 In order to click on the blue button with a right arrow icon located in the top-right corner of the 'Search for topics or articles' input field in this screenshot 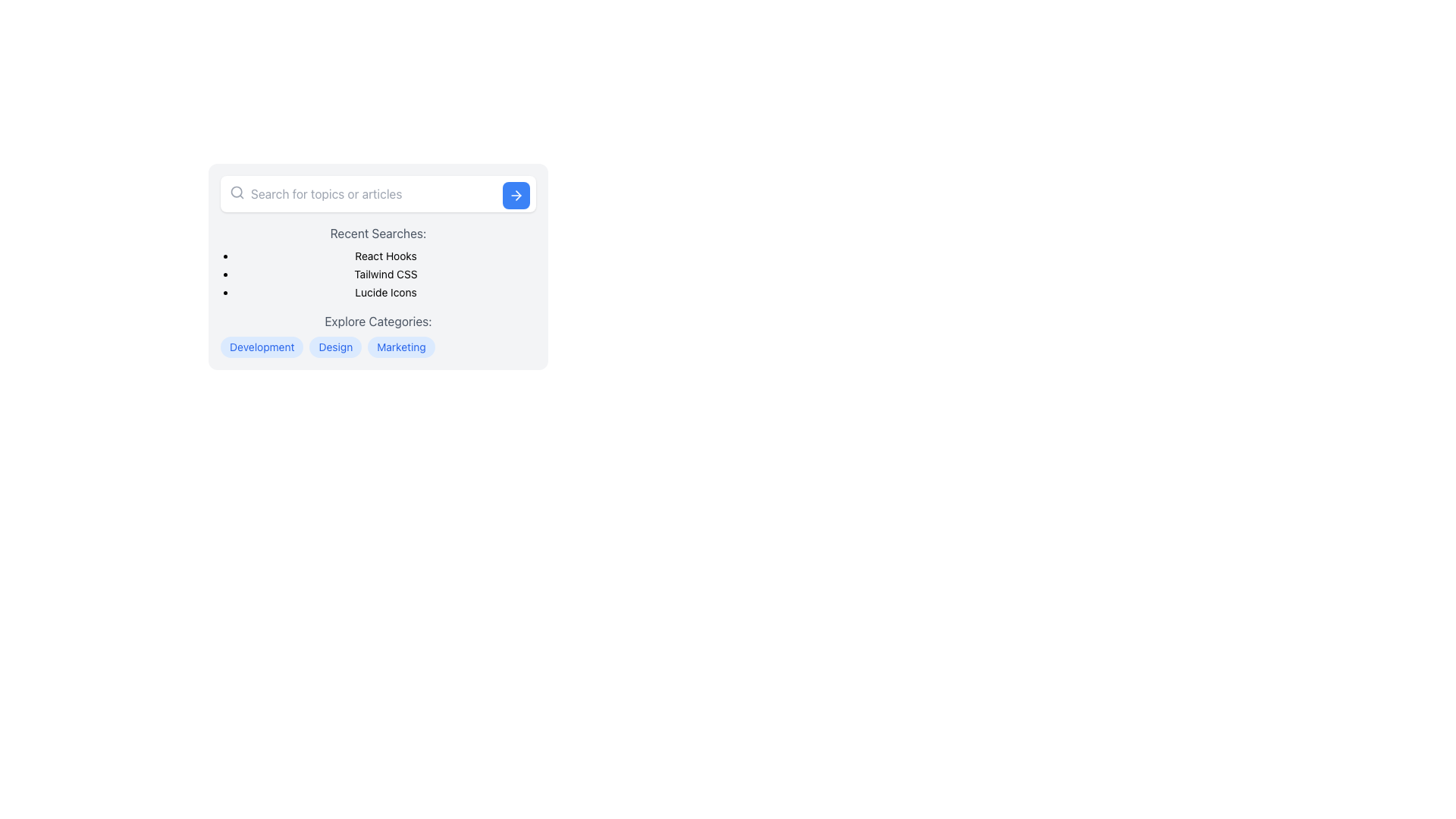, I will do `click(516, 195)`.